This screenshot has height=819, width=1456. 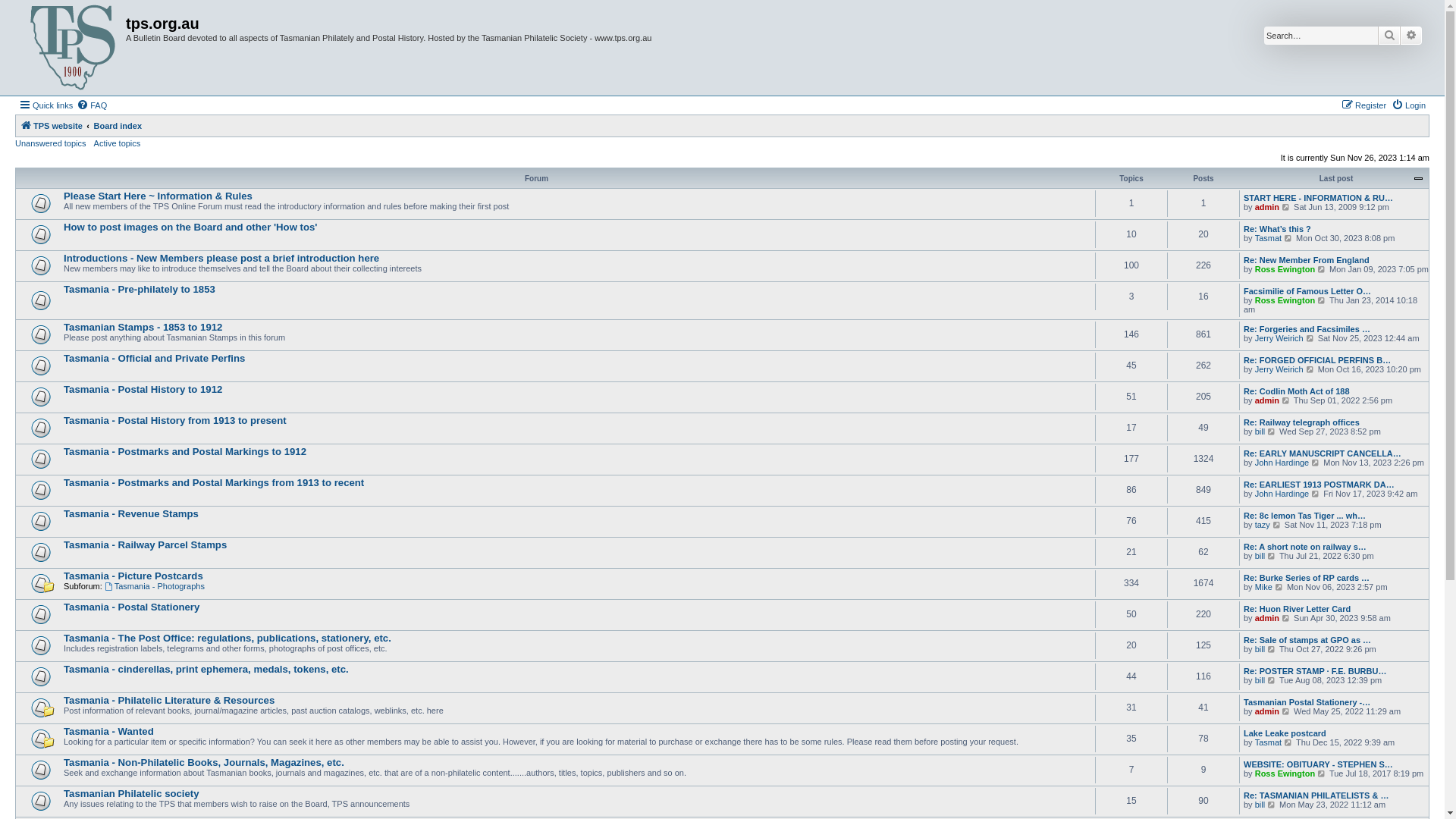 What do you see at coordinates (1272, 648) in the screenshot?
I see `'View the latest post'` at bounding box center [1272, 648].